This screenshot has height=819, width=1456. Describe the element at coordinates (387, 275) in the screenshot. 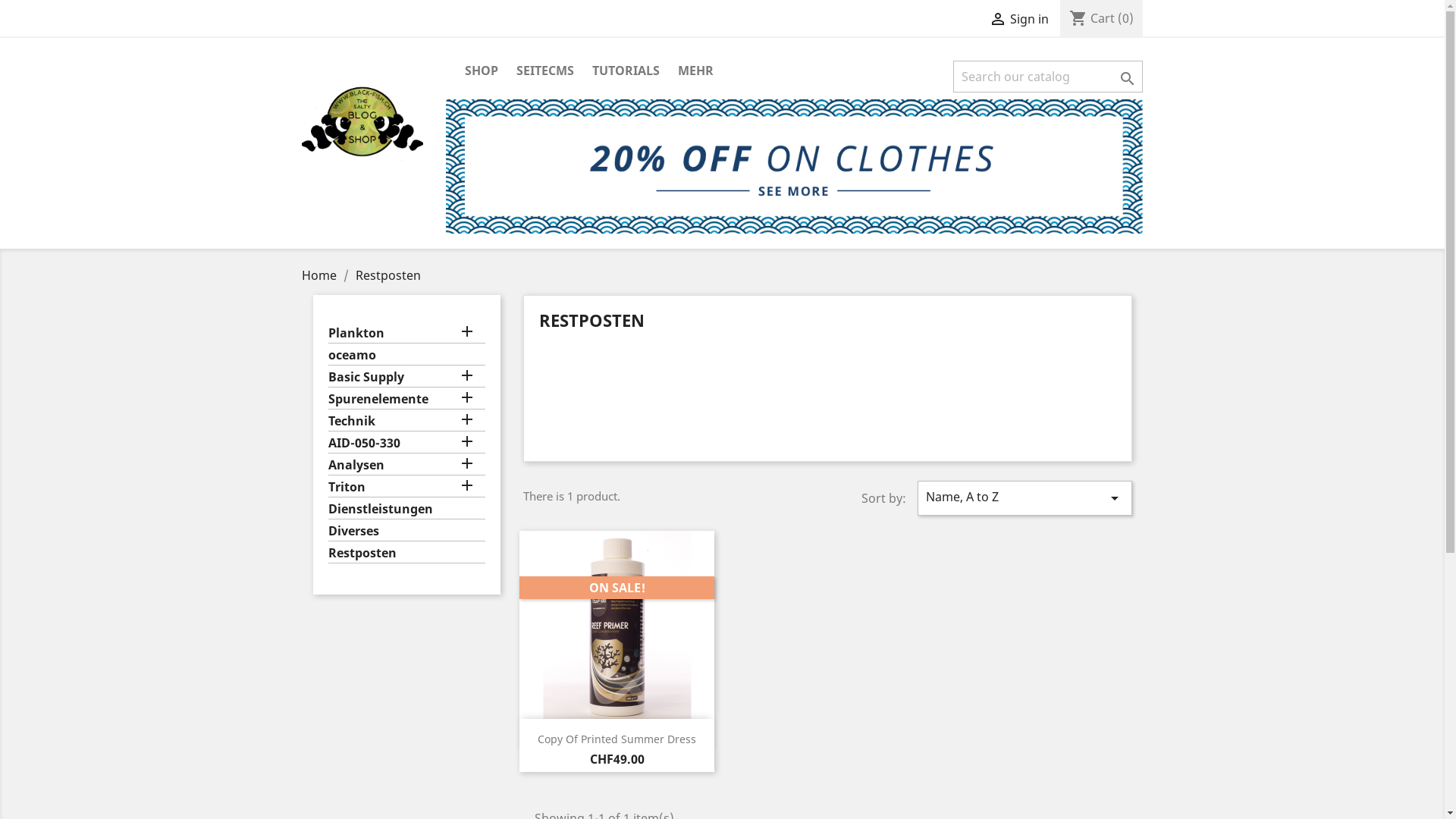

I see `'Restposten'` at that location.